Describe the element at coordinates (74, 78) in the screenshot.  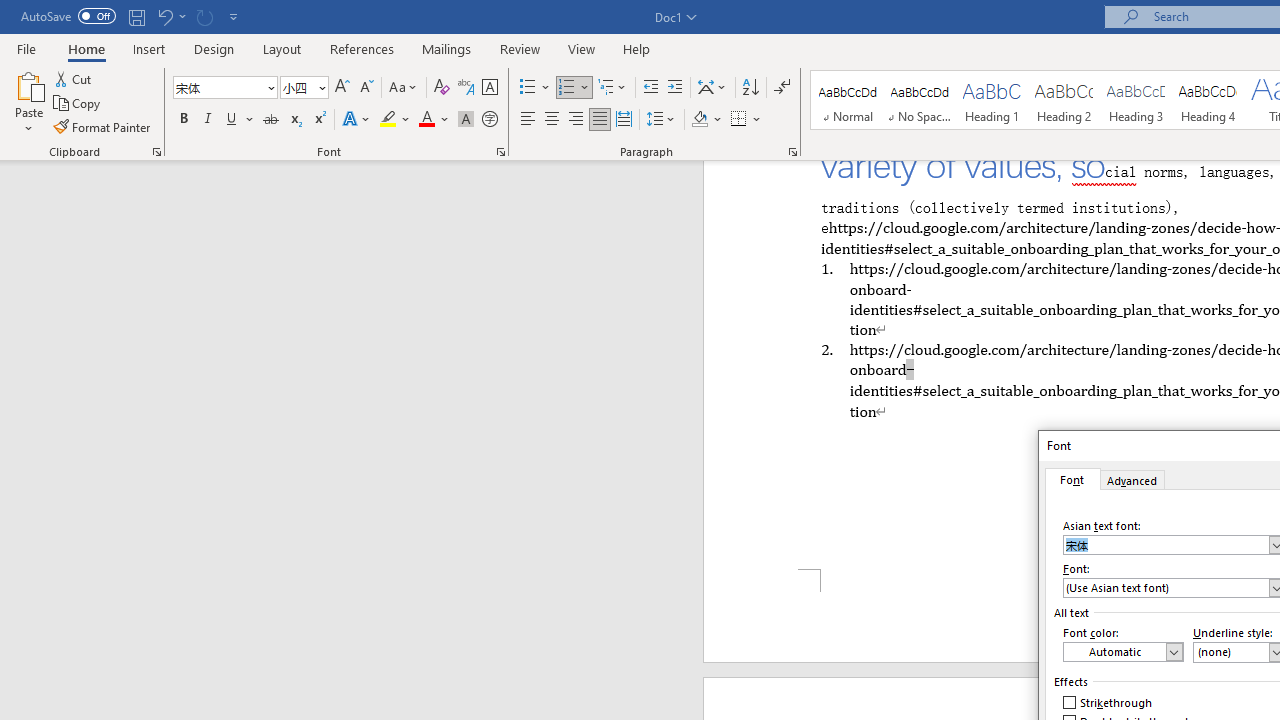
I see `'Cut'` at that location.